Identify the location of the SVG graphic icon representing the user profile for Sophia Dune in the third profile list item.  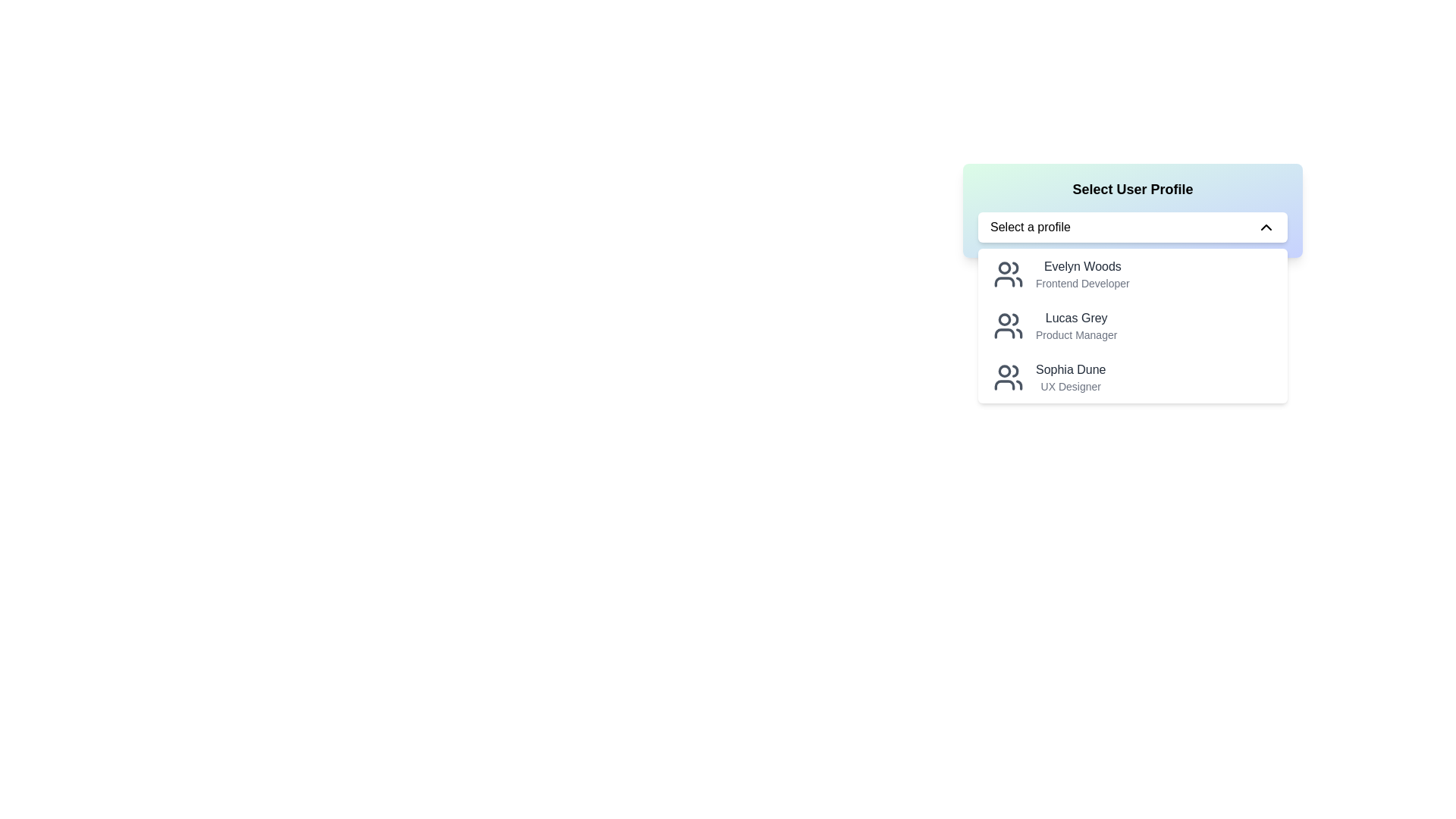
(1008, 376).